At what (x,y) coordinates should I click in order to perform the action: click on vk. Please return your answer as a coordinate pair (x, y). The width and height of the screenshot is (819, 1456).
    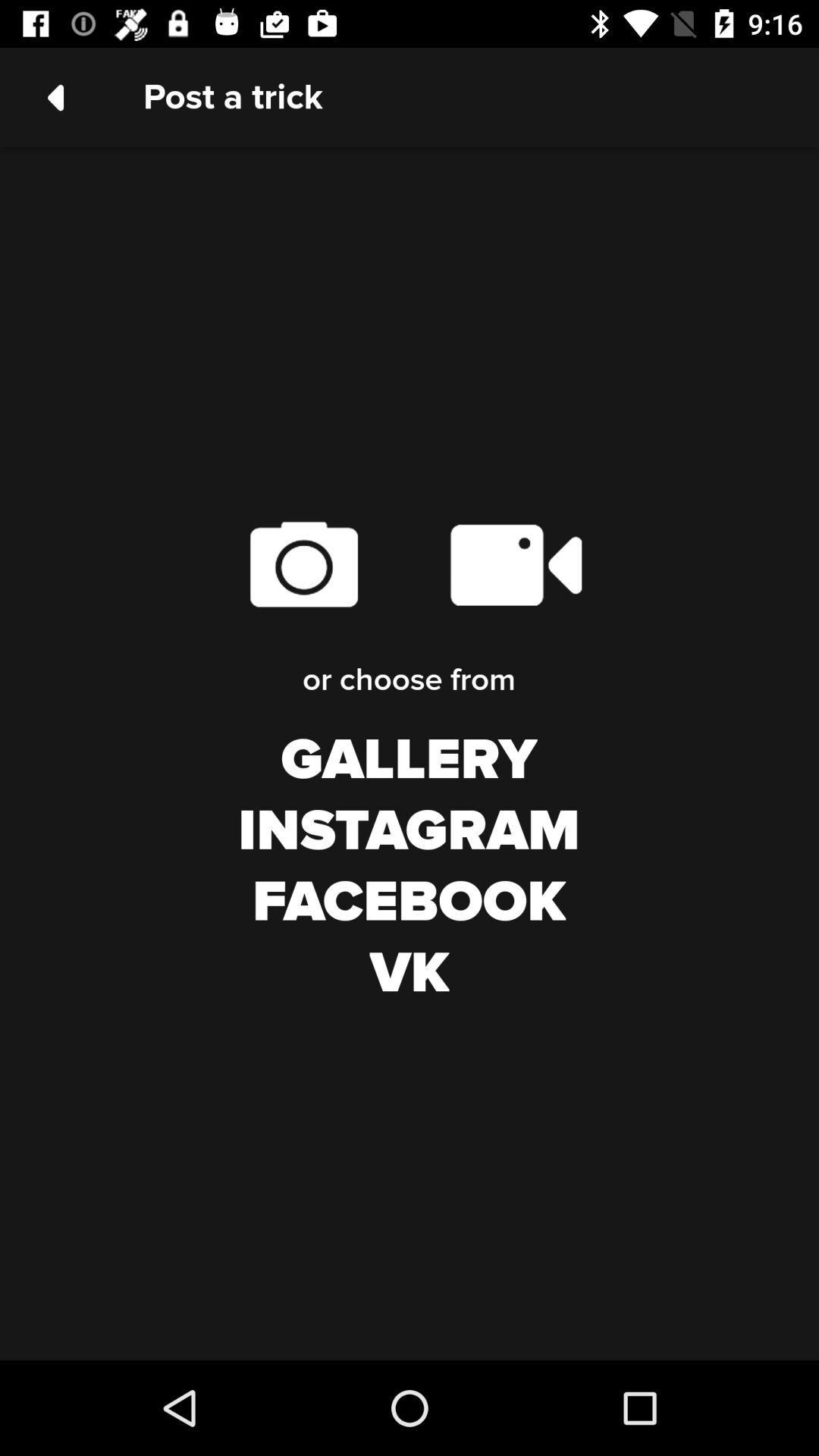
    Looking at the image, I should click on (409, 974).